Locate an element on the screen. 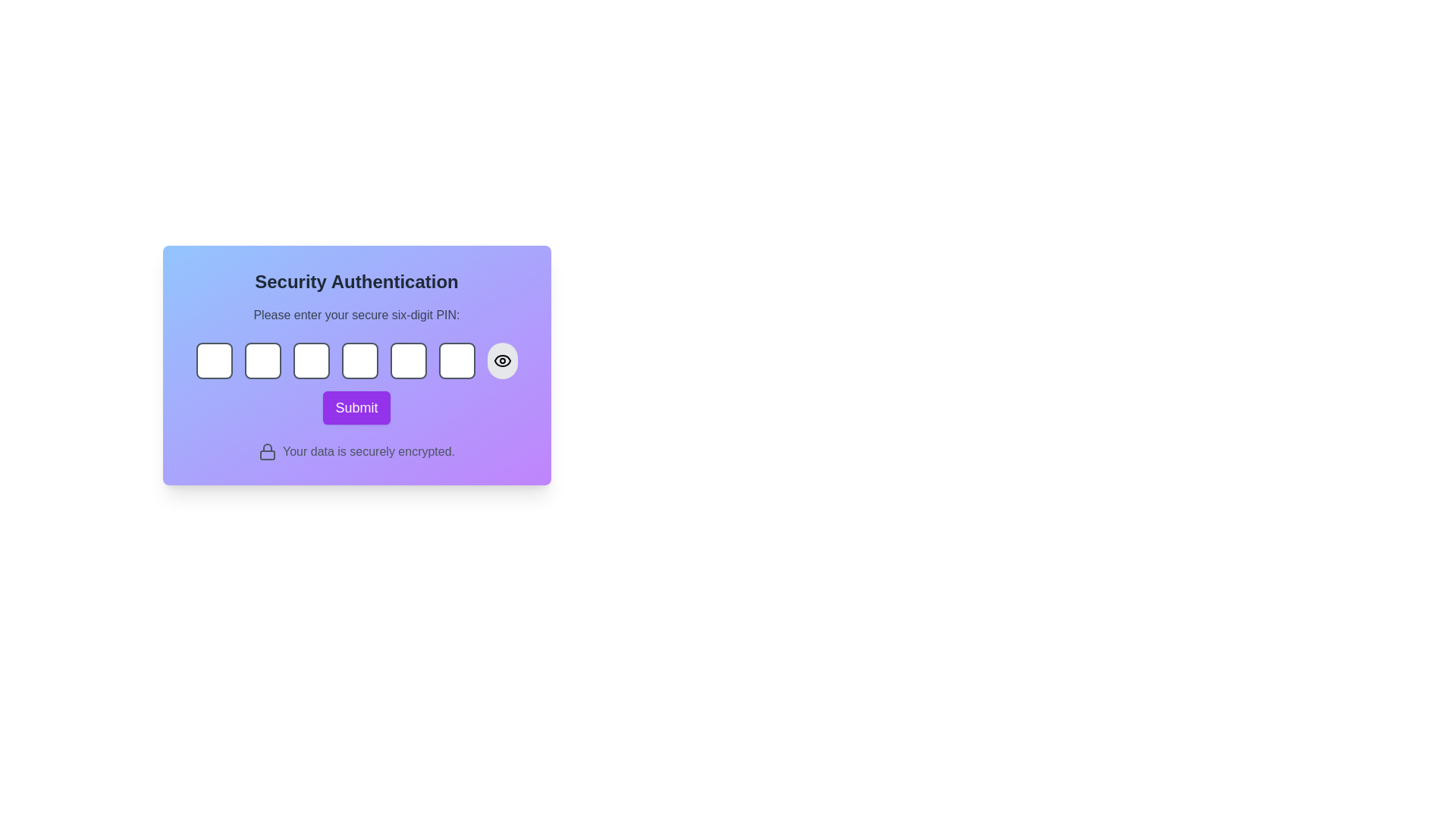 This screenshot has width=1456, height=819. the circular button with a soft gray background and an eye icon in its center is located at coordinates (502, 360).